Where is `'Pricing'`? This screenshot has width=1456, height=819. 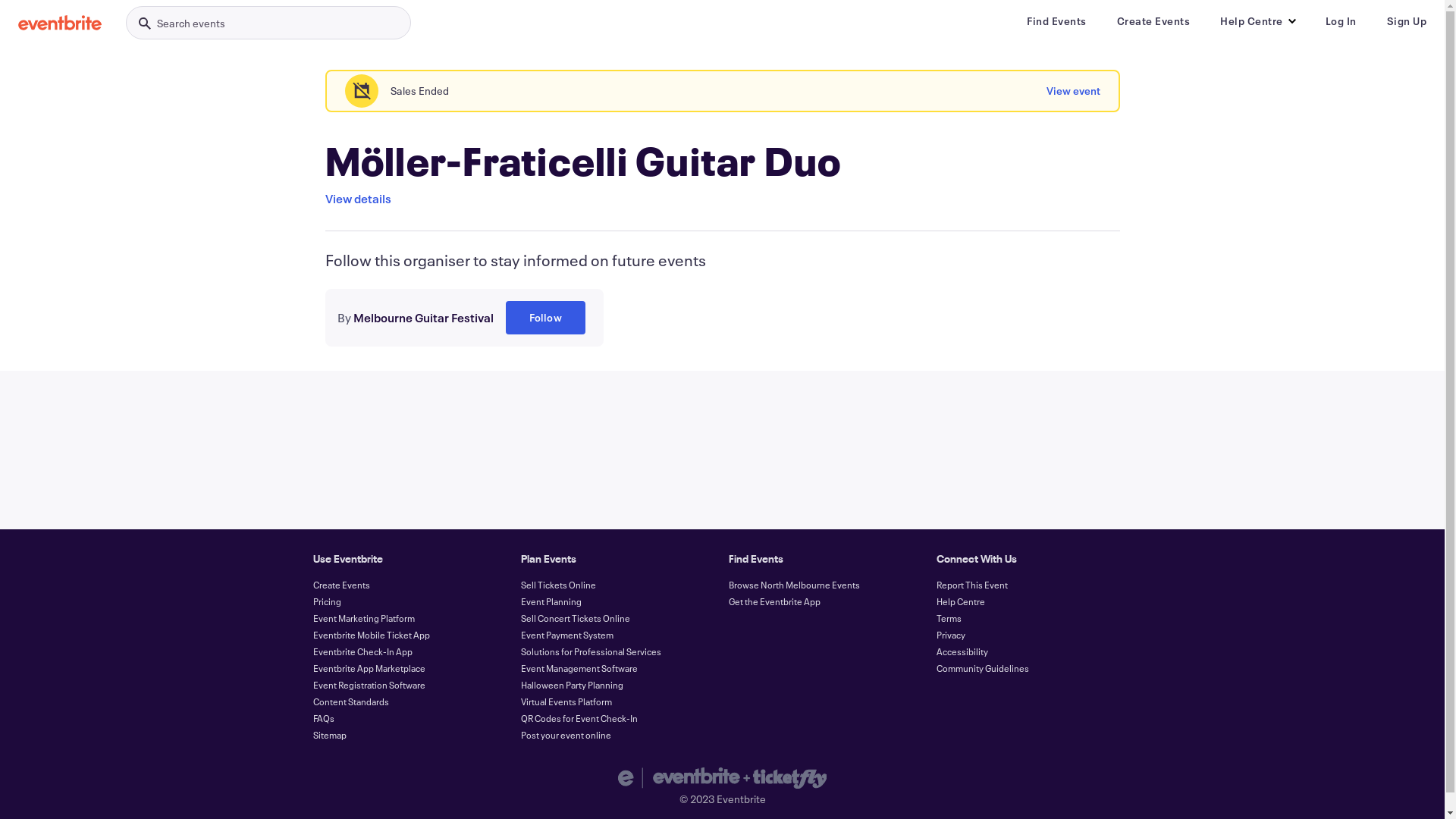
'Pricing' is located at coordinates (325, 601).